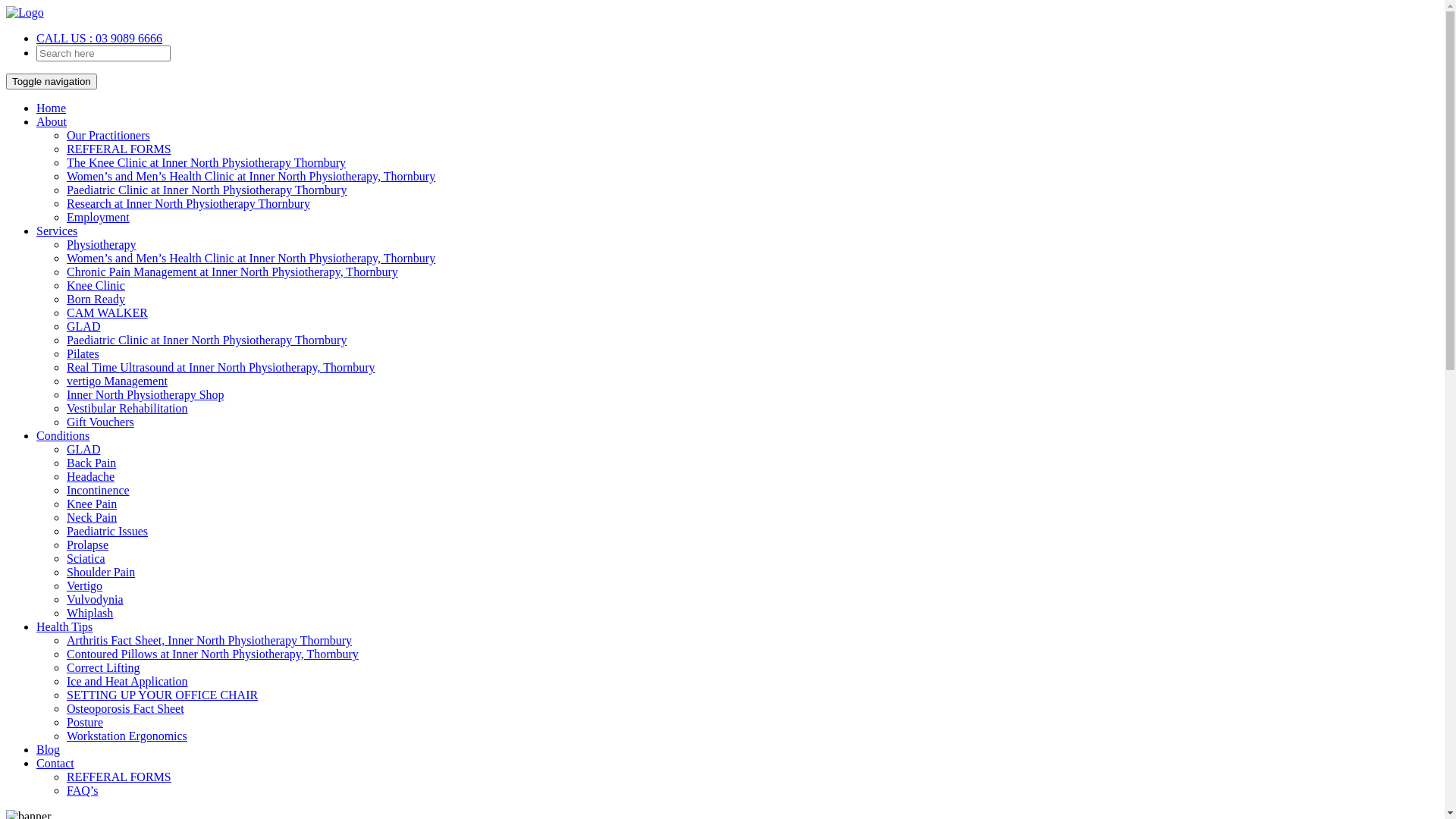 The image size is (1456, 819). I want to click on 'Vulvodynia', so click(94, 598).